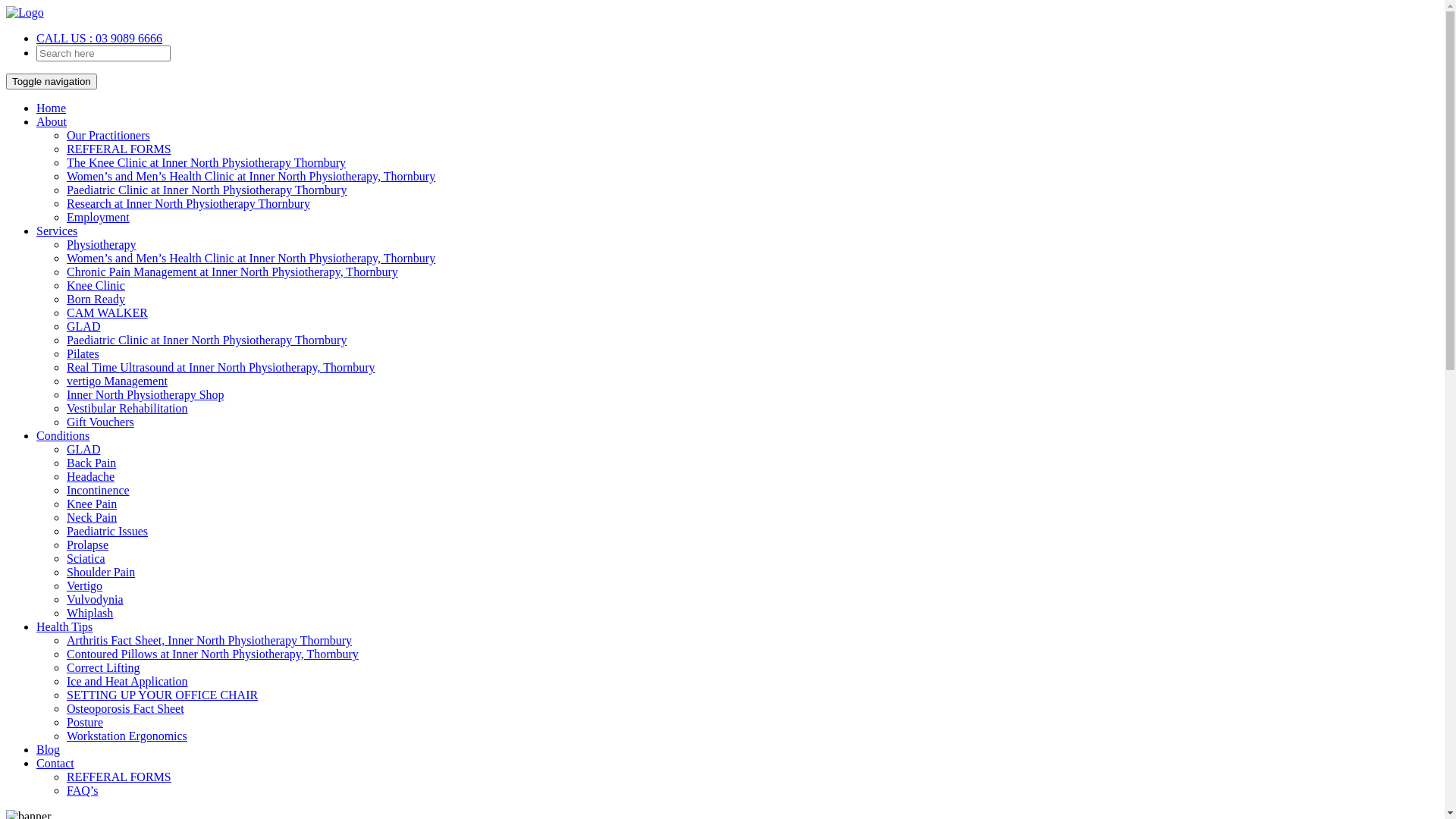 The image size is (1456, 819). I want to click on 'Vulvodynia', so click(94, 598).